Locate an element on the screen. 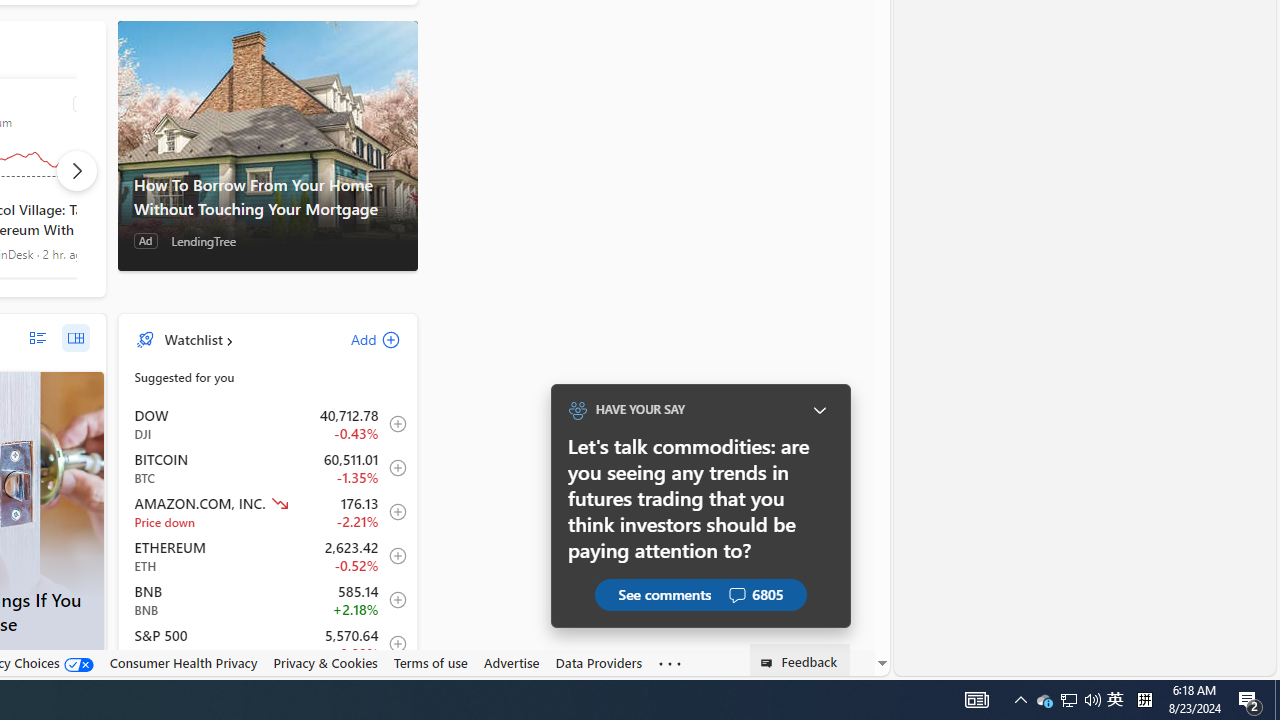  'Consumer Health Privacy' is located at coordinates (183, 663).